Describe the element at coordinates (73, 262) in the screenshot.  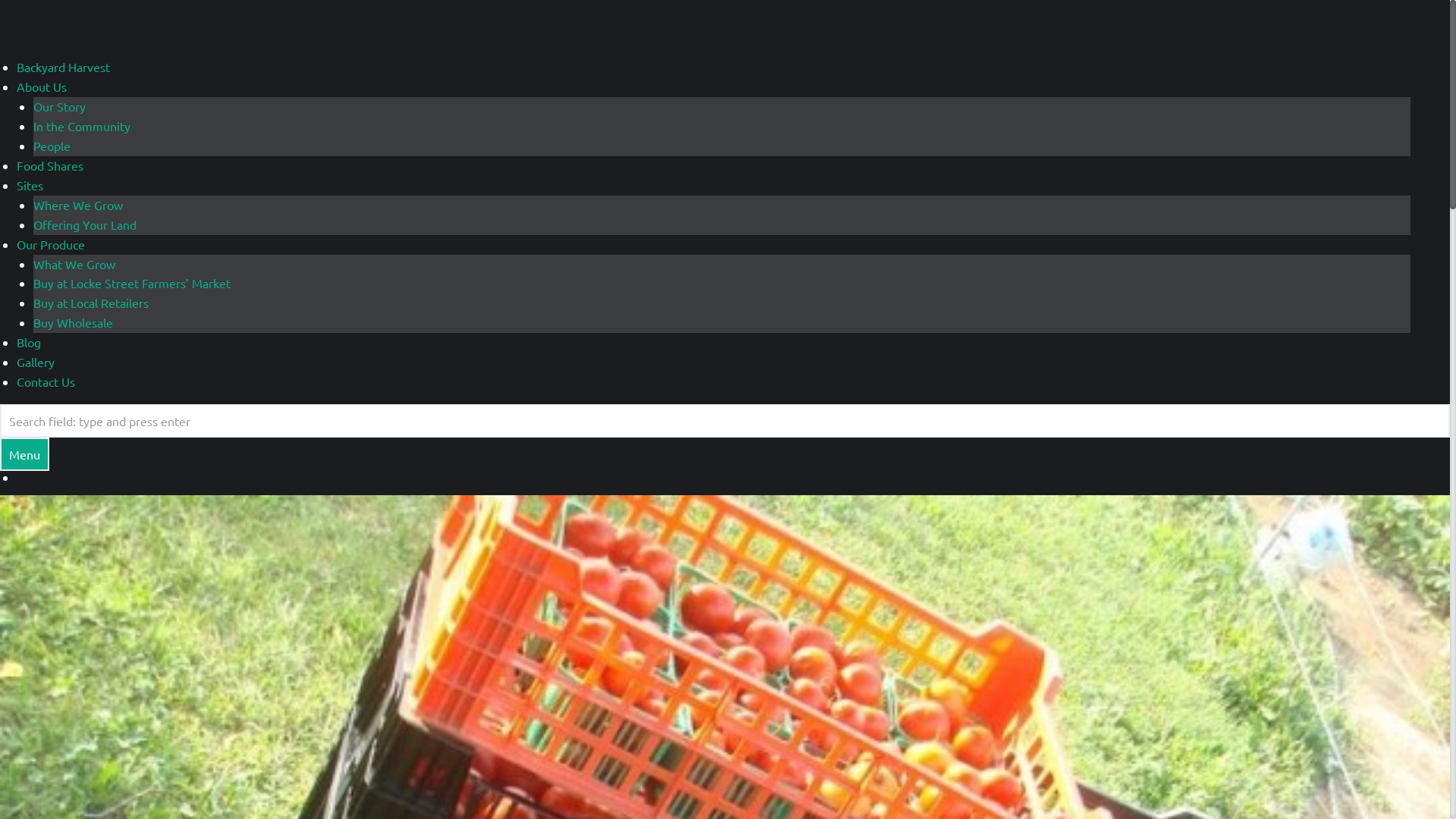
I see `'What We Grow'` at that location.